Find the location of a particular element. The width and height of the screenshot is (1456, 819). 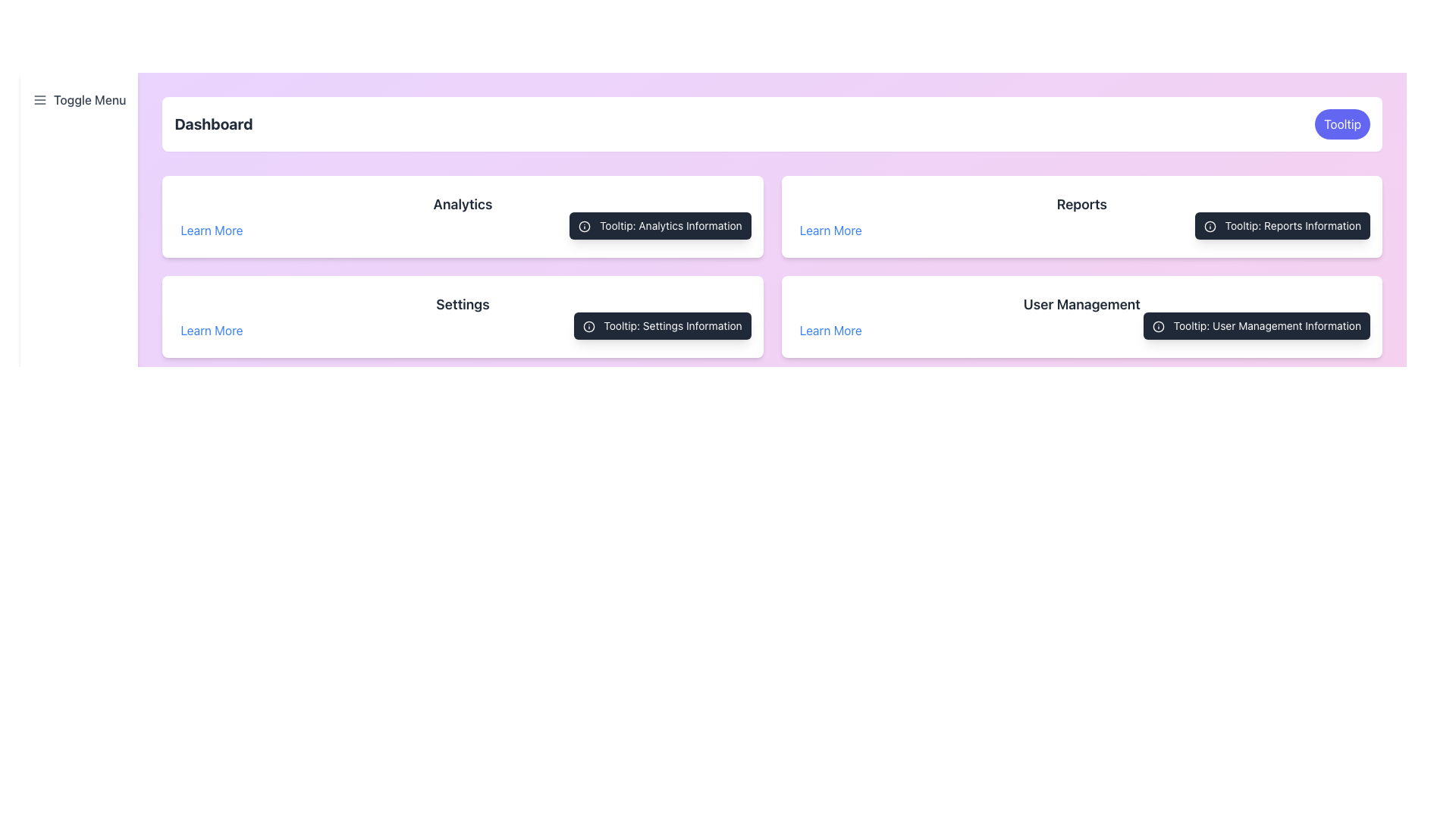

the text label displaying 'Analytics' in bold, dark gray font located within the white card component is located at coordinates (462, 205).